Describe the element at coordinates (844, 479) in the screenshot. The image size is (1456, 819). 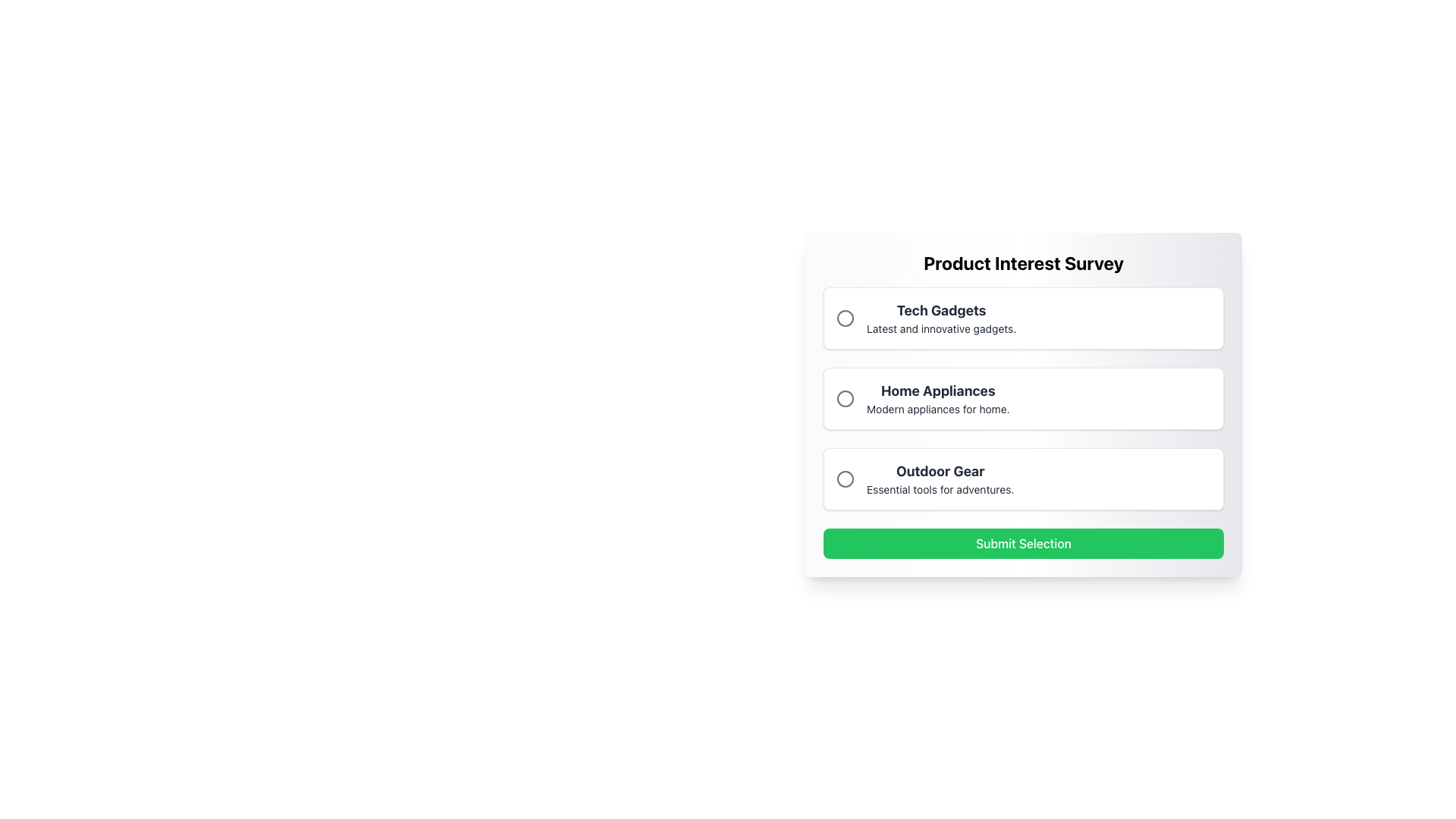
I see `the SVG circle that is part of the 'Outdoor Gear' icon in the third option of the survey form` at that location.